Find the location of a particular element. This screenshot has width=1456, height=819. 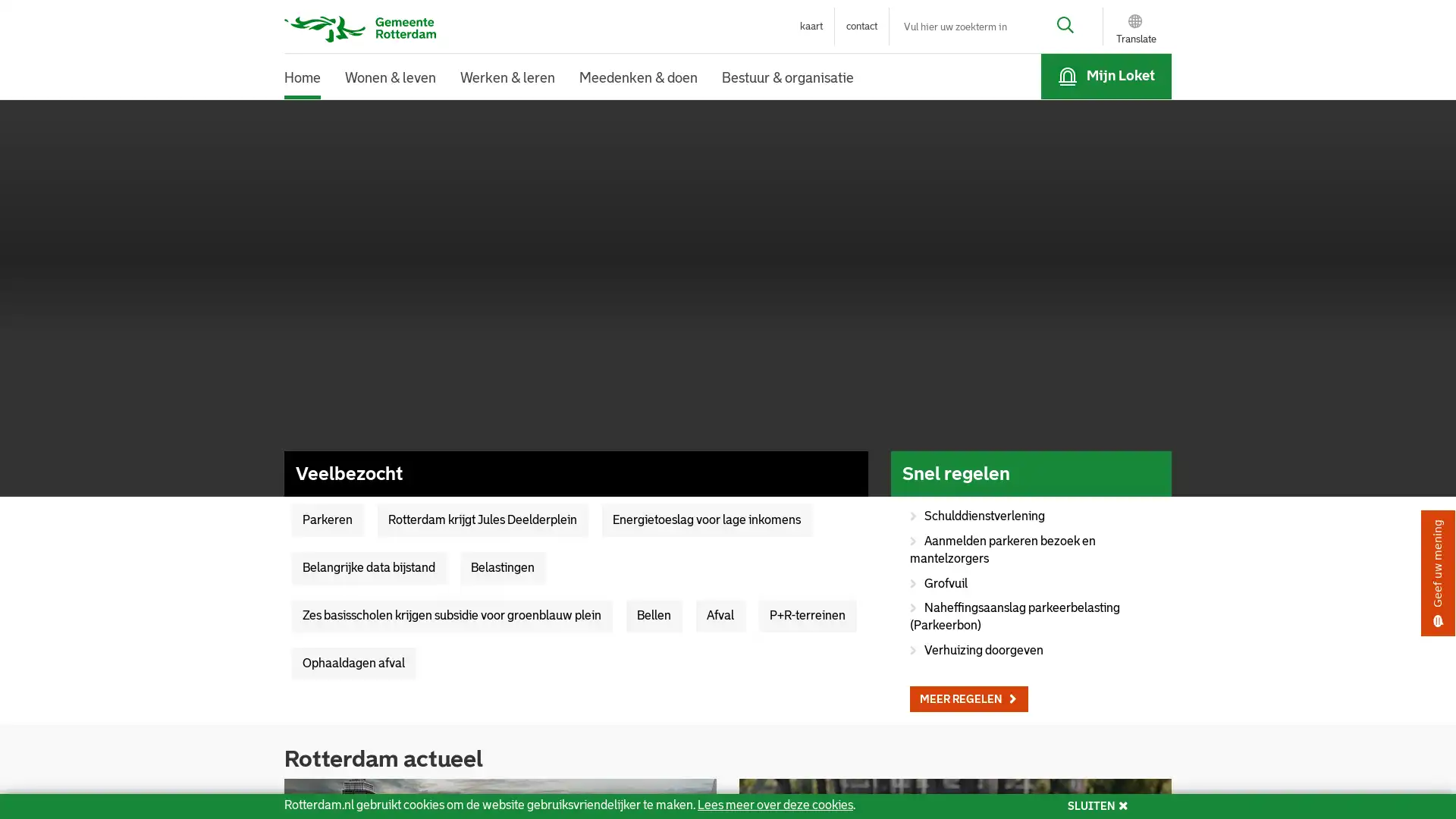

Geef uw mening is located at coordinates (1437, 573).